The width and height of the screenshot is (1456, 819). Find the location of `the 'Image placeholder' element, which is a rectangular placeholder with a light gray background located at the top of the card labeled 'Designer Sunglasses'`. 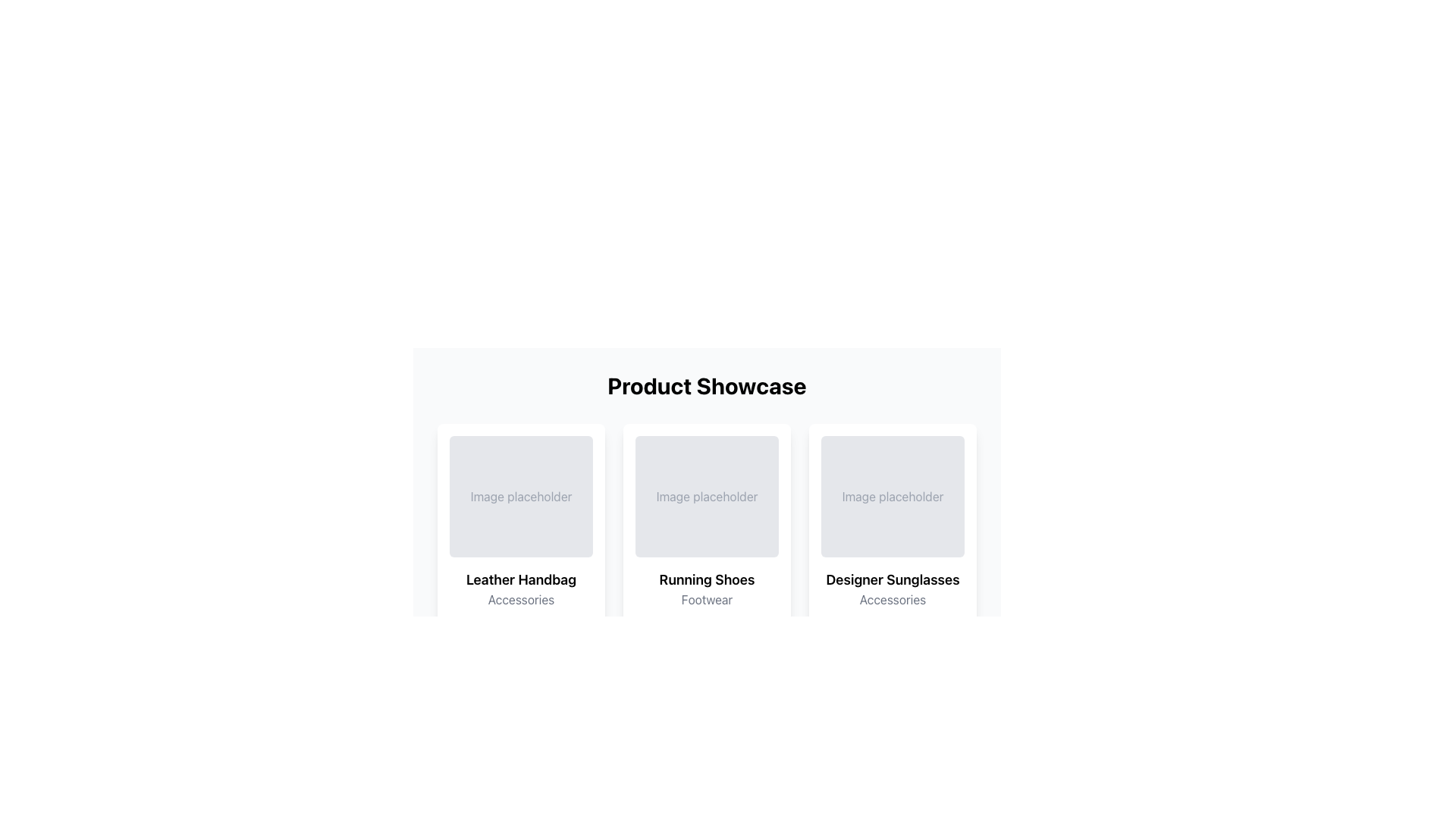

the 'Image placeholder' element, which is a rectangular placeholder with a light gray background located at the top of the card labeled 'Designer Sunglasses' is located at coordinates (893, 497).